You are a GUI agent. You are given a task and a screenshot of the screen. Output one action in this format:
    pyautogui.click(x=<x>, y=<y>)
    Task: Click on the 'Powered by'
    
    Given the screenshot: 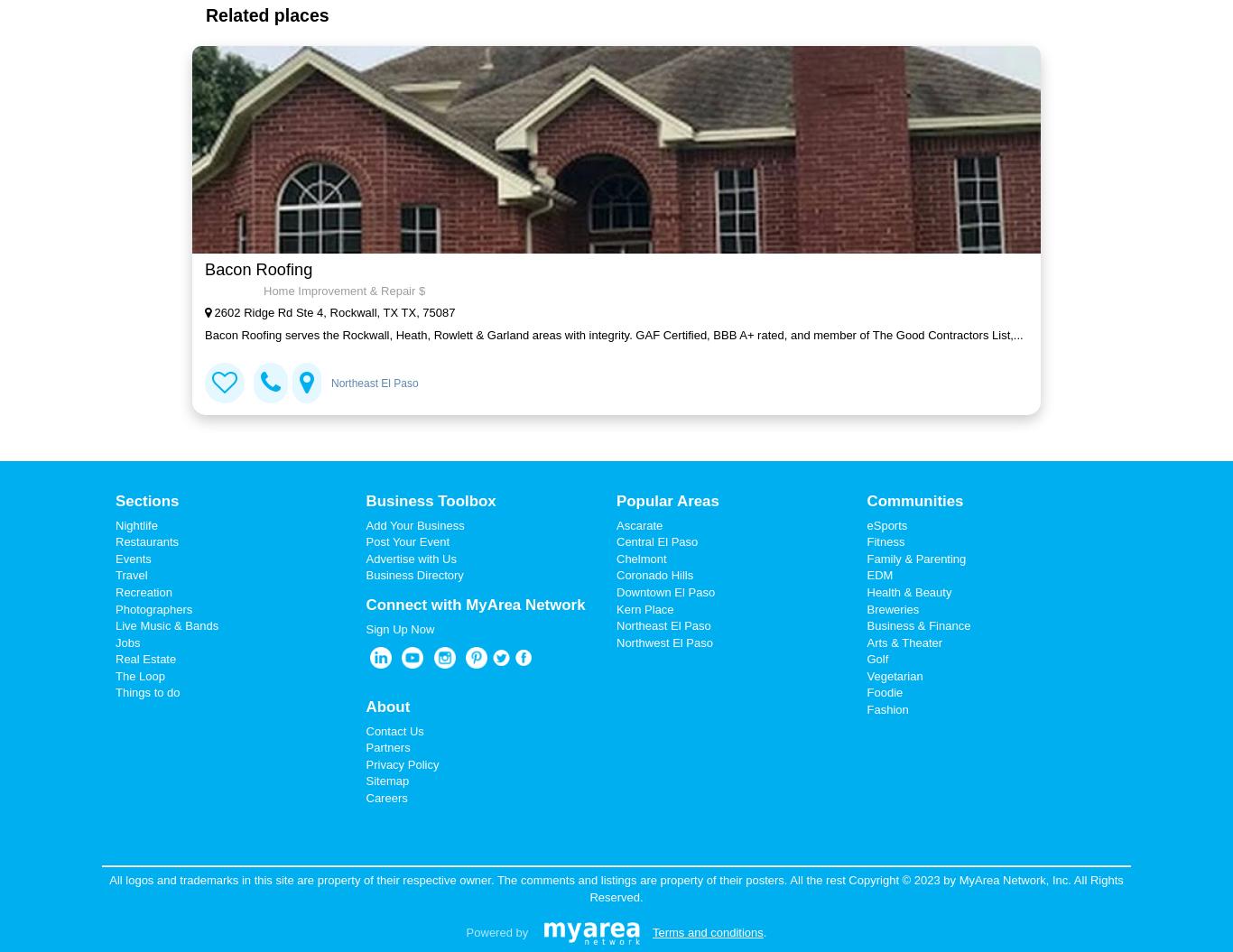 What is the action you would take?
    pyautogui.click(x=496, y=931)
    